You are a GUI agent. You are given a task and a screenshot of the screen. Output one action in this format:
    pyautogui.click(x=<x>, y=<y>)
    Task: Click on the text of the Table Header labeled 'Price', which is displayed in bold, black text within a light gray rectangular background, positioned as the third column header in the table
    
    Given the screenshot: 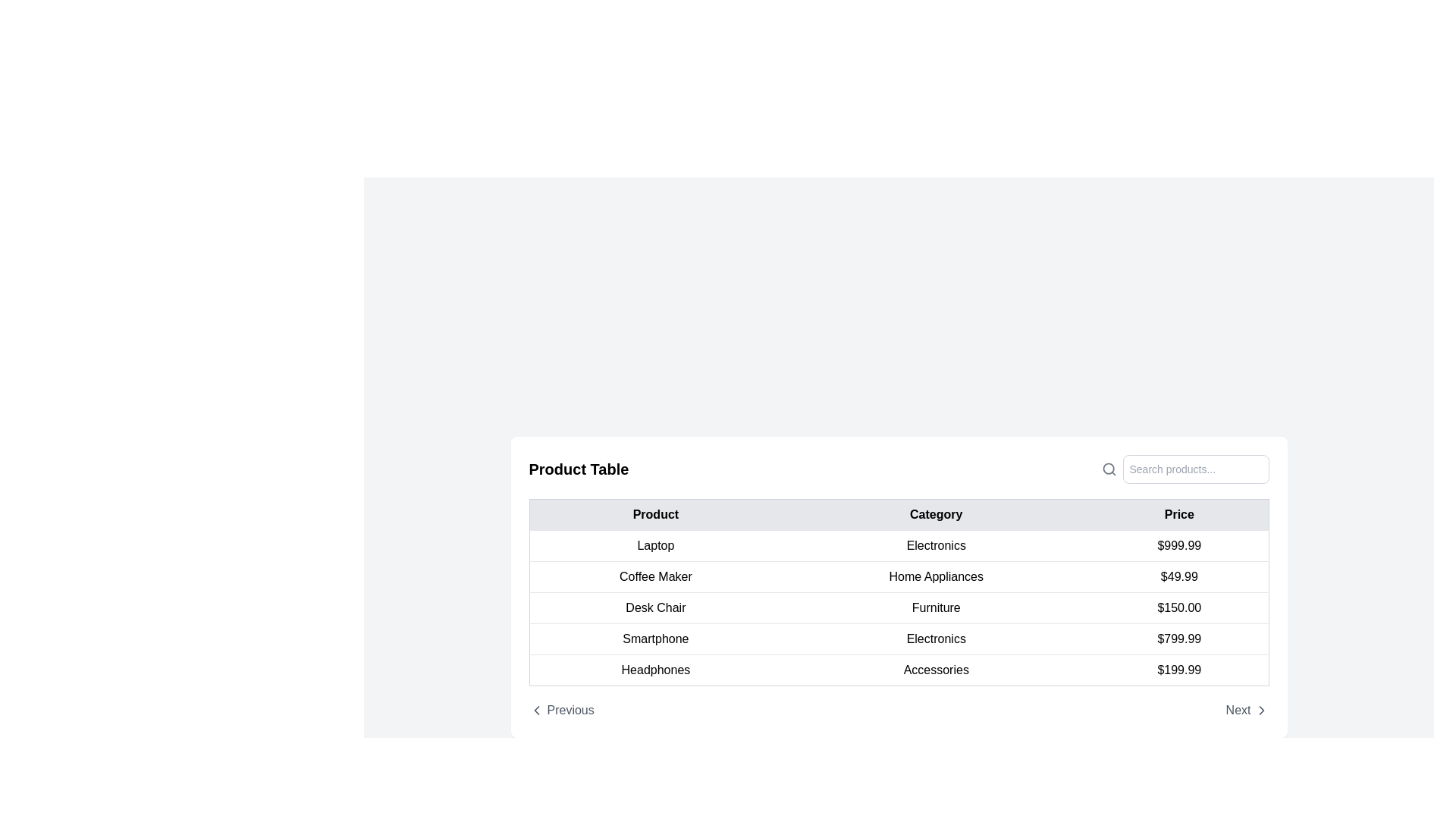 What is the action you would take?
    pyautogui.click(x=1178, y=513)
    